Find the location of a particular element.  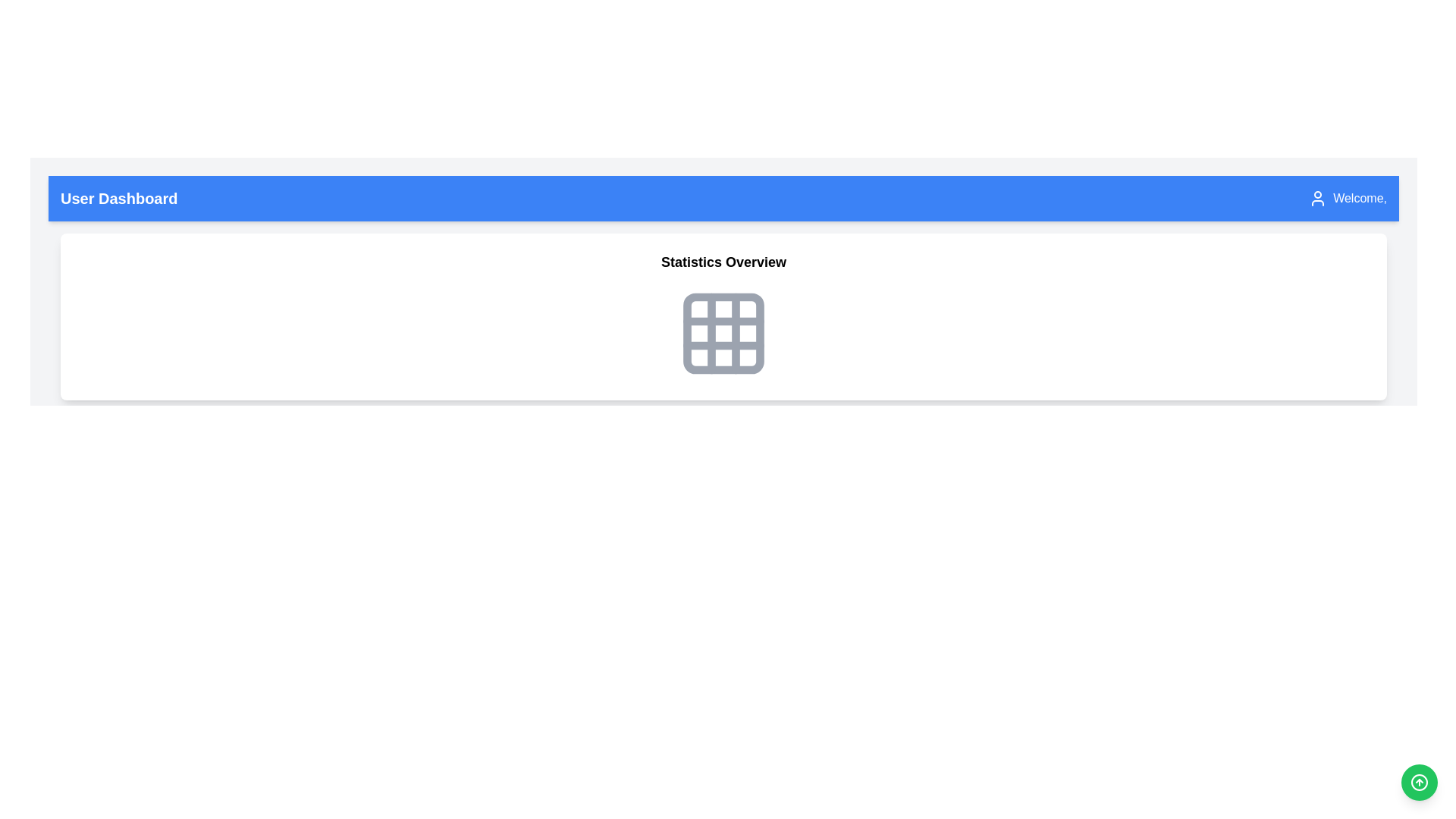

the user icon located towards the far right of the blue header section, which is positioned to the left of the text 'Welcome' is located at coordinates (1317, 198).